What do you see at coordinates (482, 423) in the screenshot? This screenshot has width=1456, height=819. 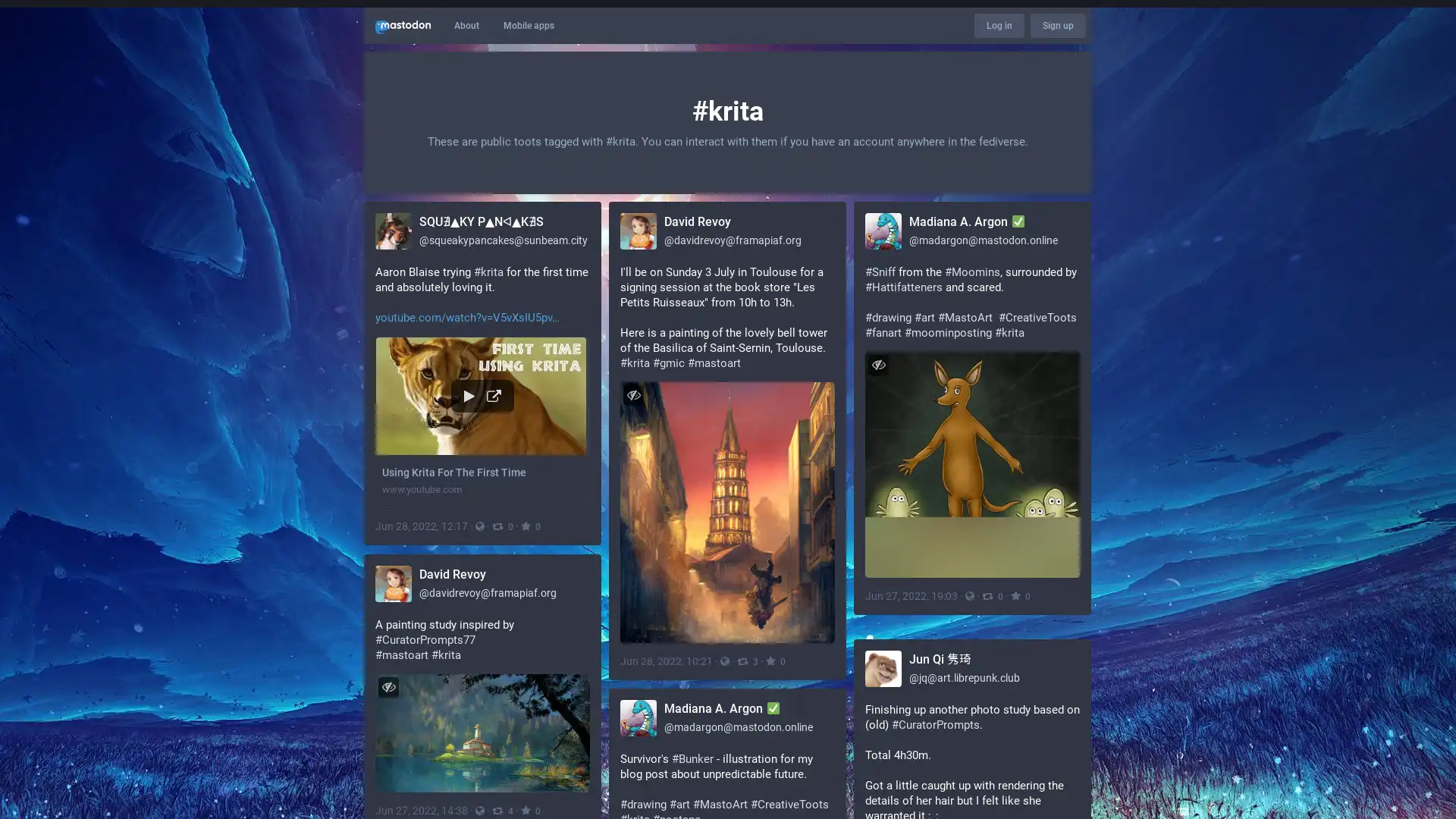 I see `Using Krita For The First Time www.youtube.com` at bounding box center [482, 423].